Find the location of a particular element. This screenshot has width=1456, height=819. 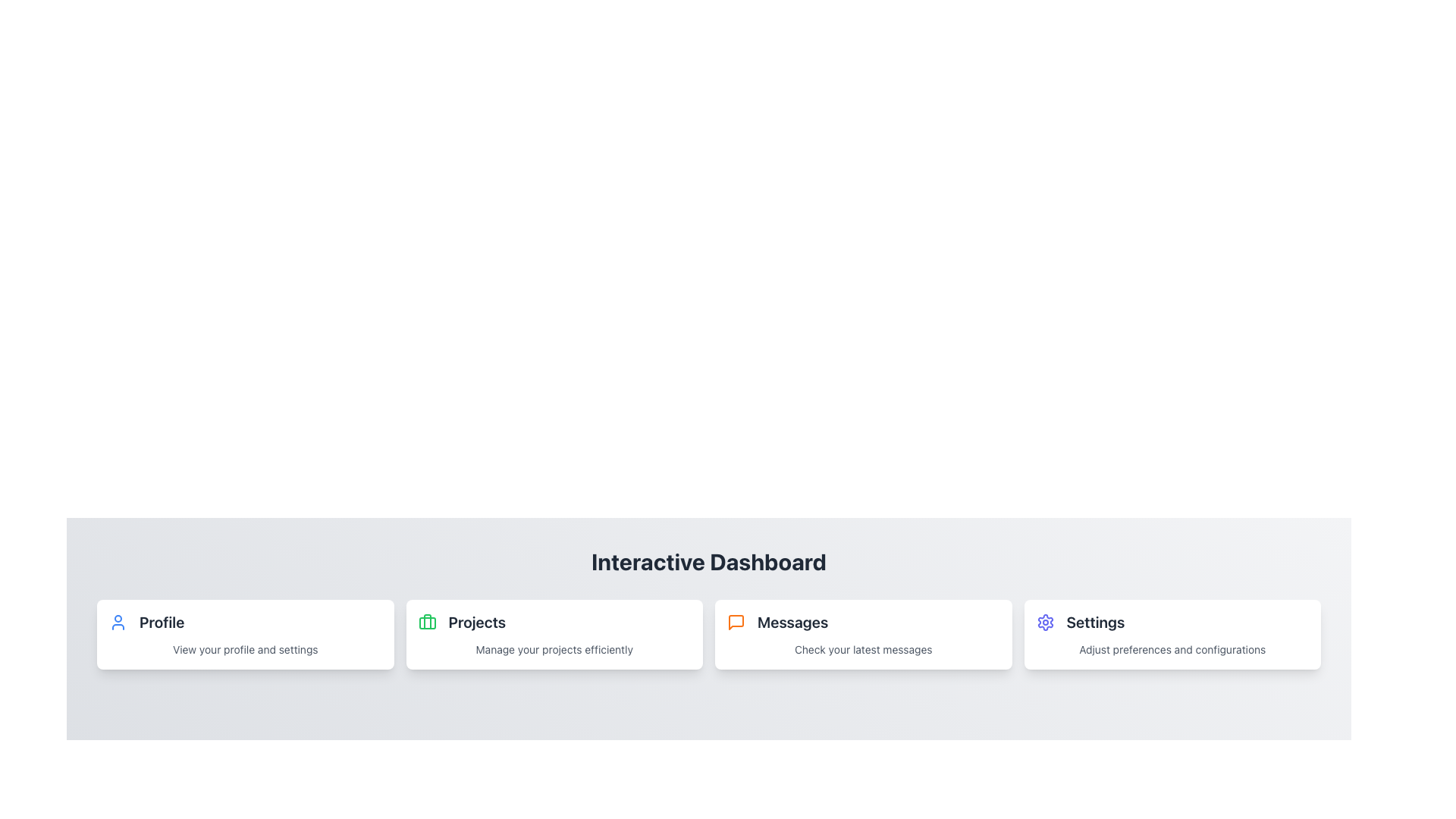

the 'Profile' text label in the interactive dashboard, which is the leftmost element in a row of four card-like options, indicating the corresponding section is located at coordinates (162, 623).